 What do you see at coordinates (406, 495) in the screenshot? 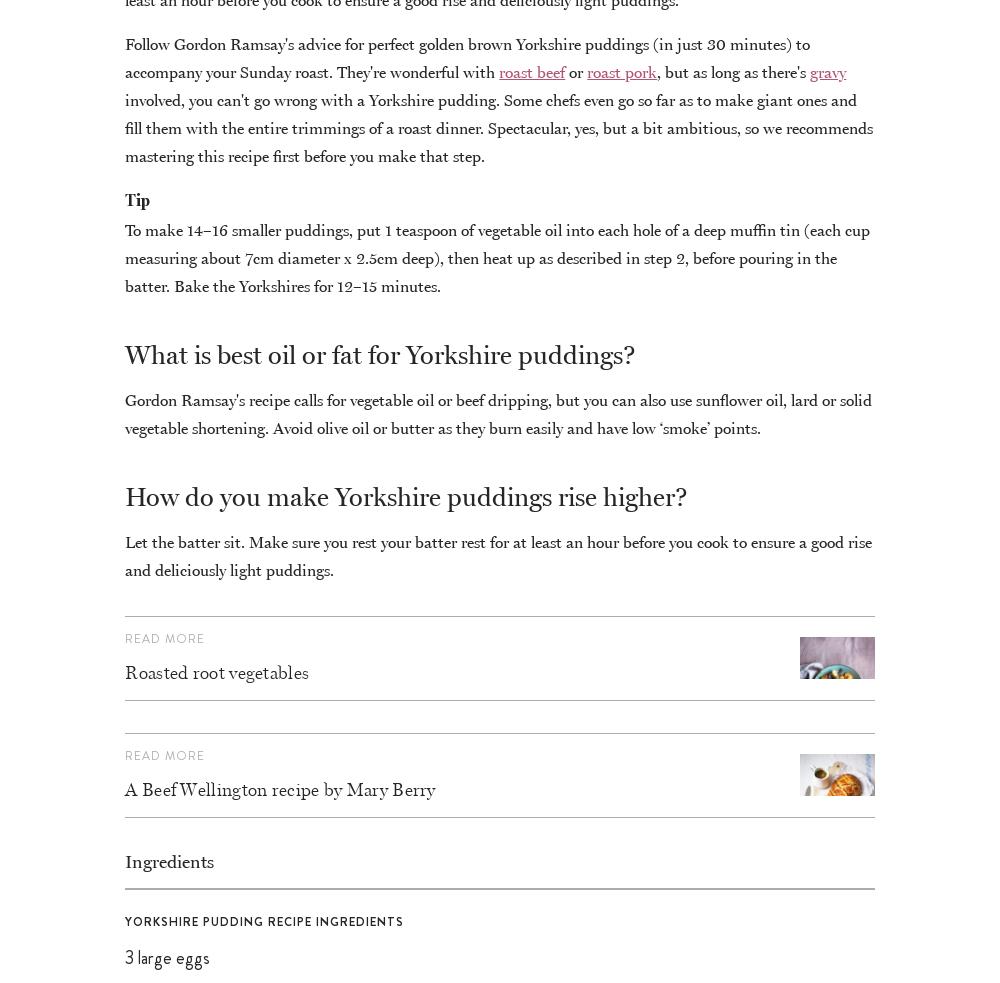
I see `'How do you make Yorkshire puddings rise higher?'` at bounding box center [406, 495].